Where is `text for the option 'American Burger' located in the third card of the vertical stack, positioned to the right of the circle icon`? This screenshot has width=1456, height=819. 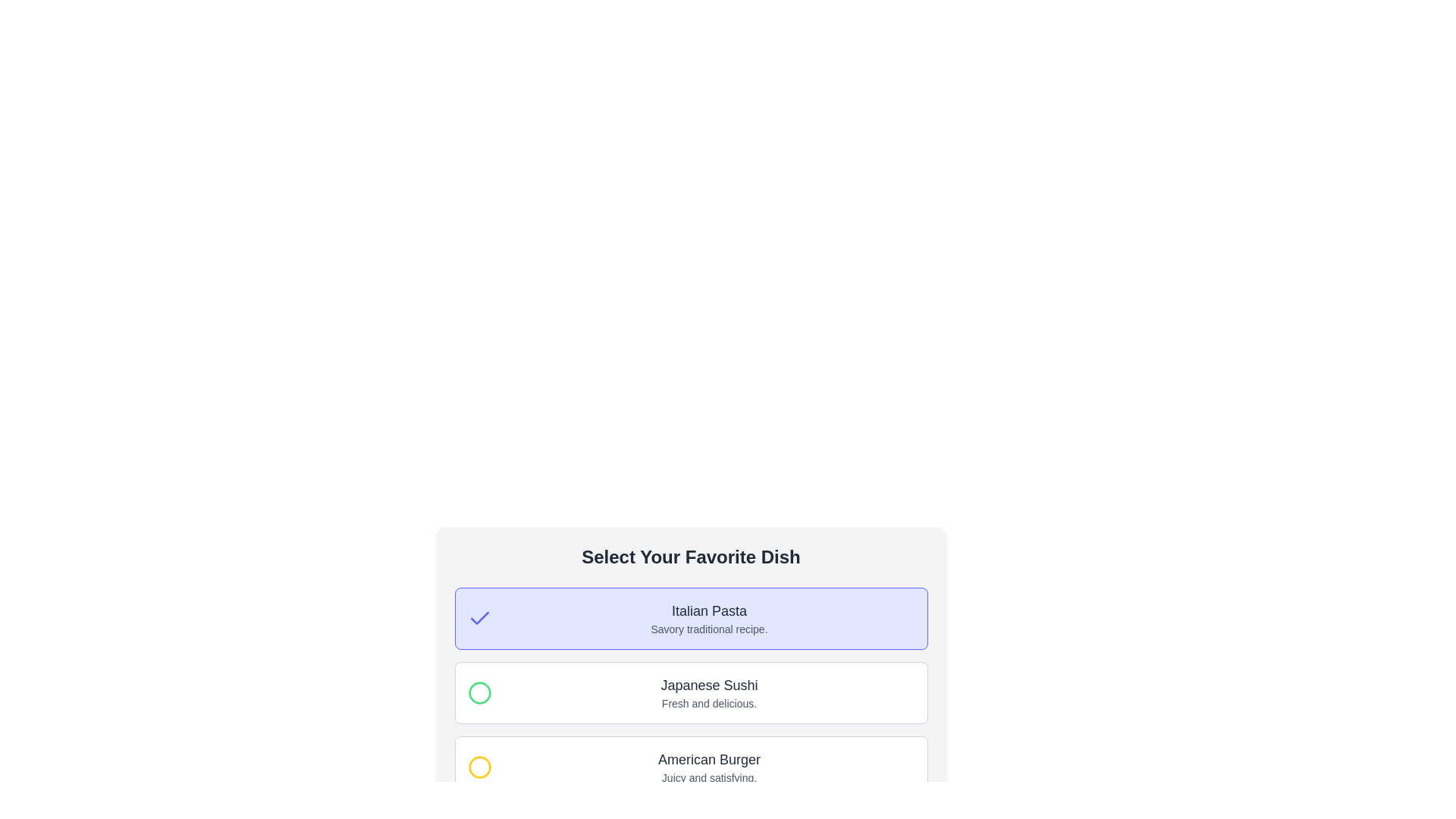 text for the option 'American Burger' located in the third card of the vertical stack, positioned to the right of the circle icon is located at coordinates (708, 767).